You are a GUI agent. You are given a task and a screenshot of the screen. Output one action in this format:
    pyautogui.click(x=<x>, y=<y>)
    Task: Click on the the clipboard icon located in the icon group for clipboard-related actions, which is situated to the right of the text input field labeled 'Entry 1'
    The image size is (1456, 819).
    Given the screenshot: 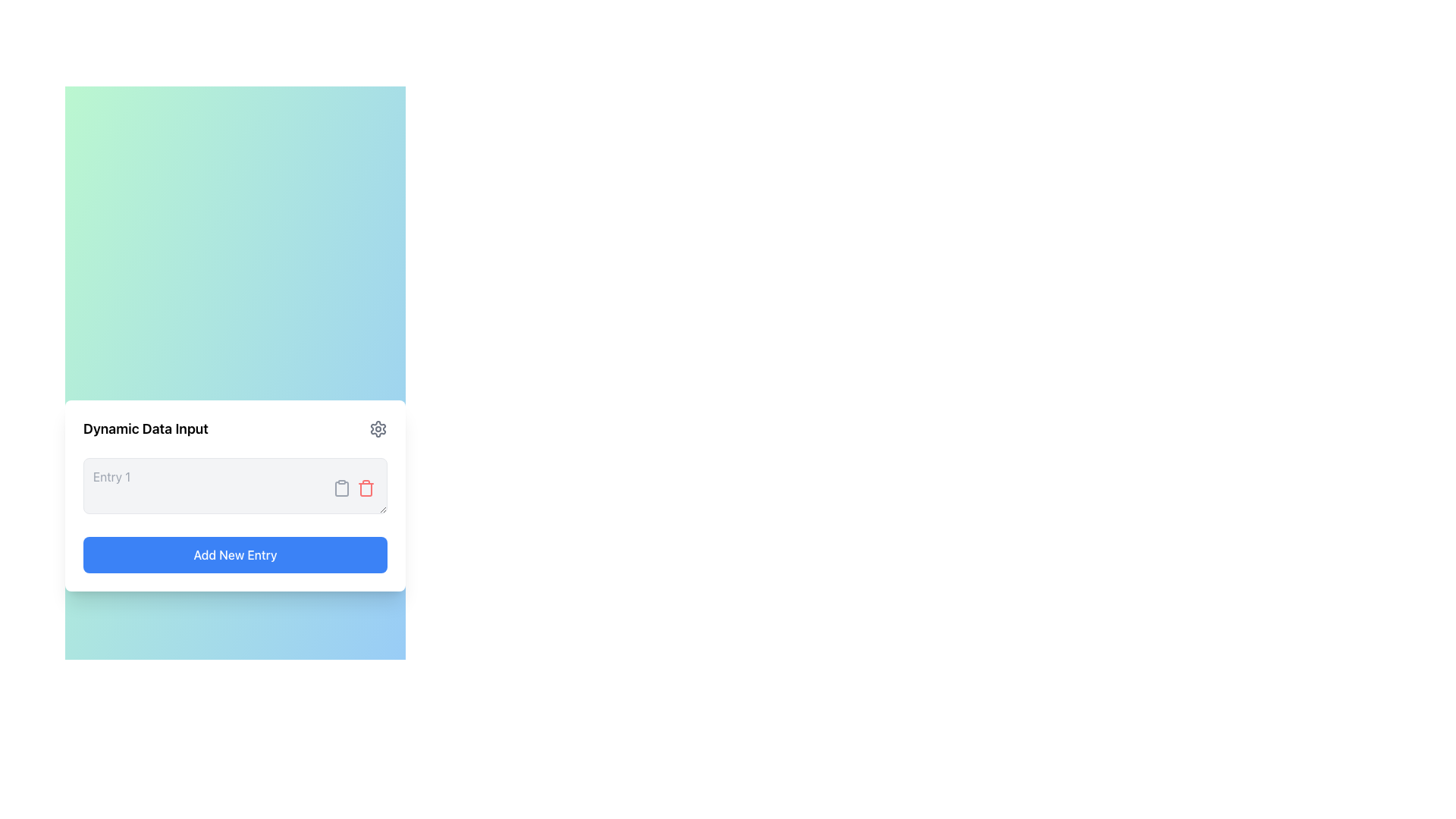 What is the action you would take?
    pyautogui.click(x=353, y=488)
    